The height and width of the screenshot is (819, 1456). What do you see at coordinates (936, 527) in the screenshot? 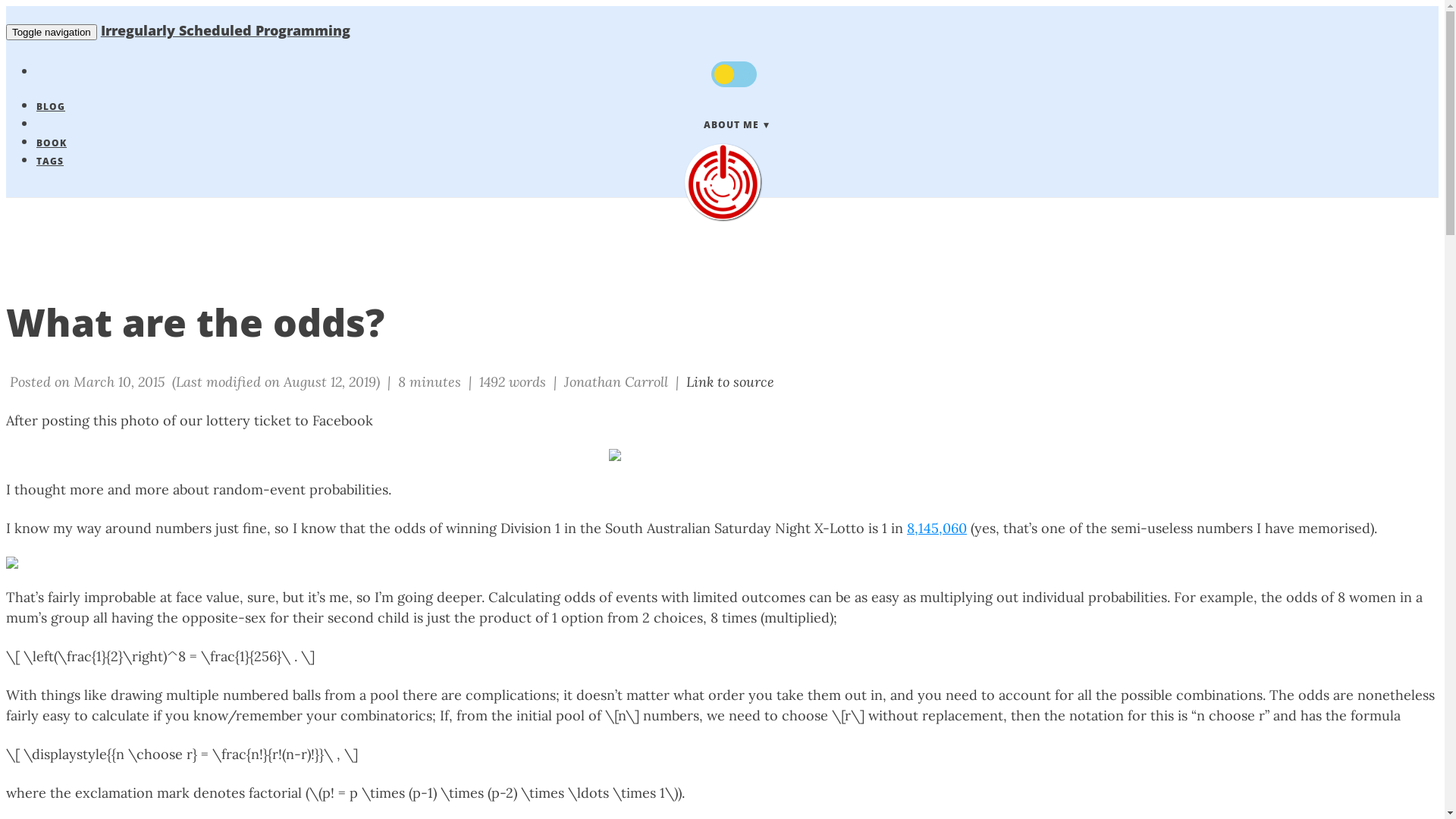
I see `'8,145,060'` at bounding box center [936, 527].